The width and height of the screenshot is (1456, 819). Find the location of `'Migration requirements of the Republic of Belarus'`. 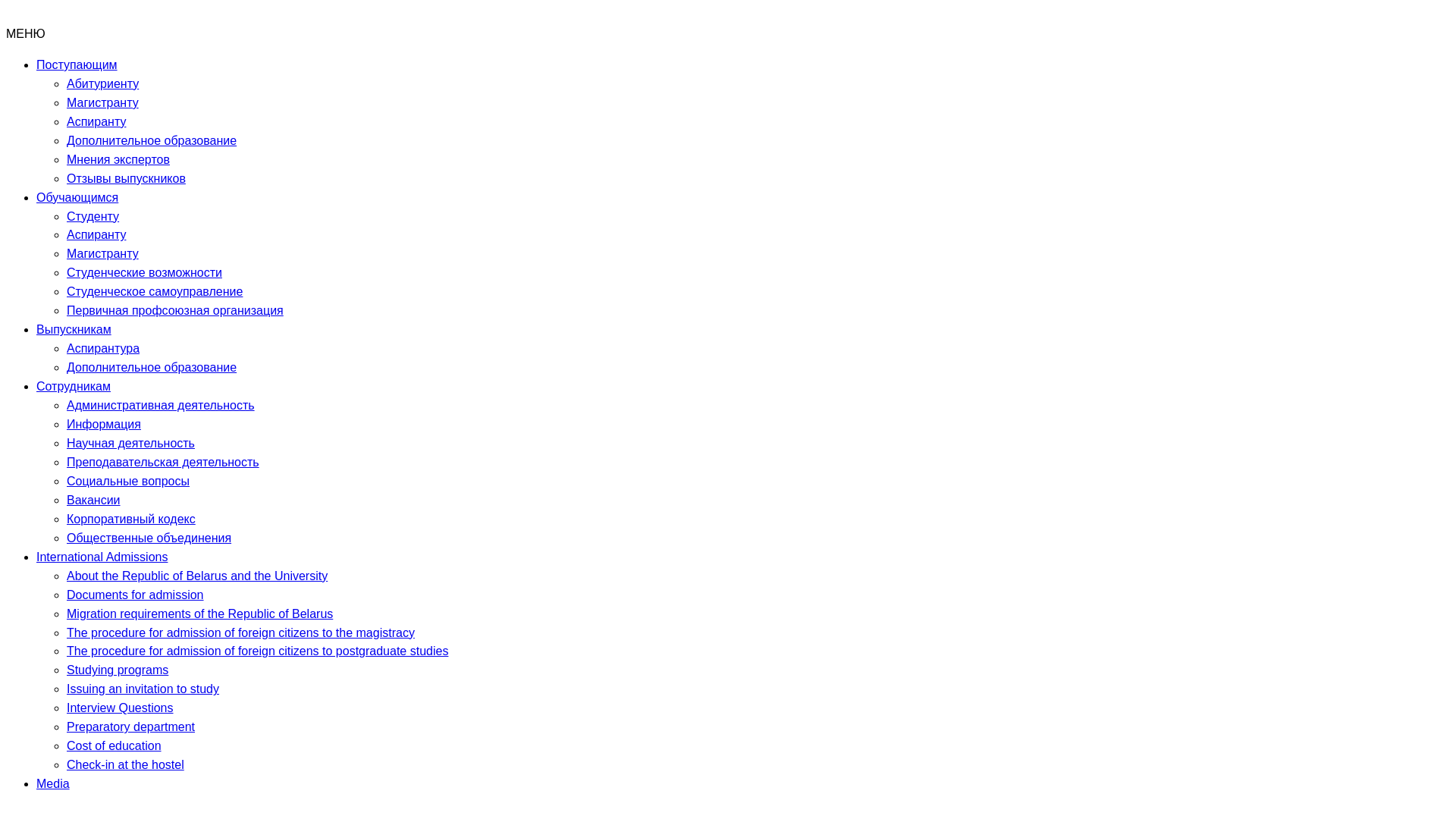

'Migration requirements of the Republic of Belarus' is located at coordinates (199, 613).